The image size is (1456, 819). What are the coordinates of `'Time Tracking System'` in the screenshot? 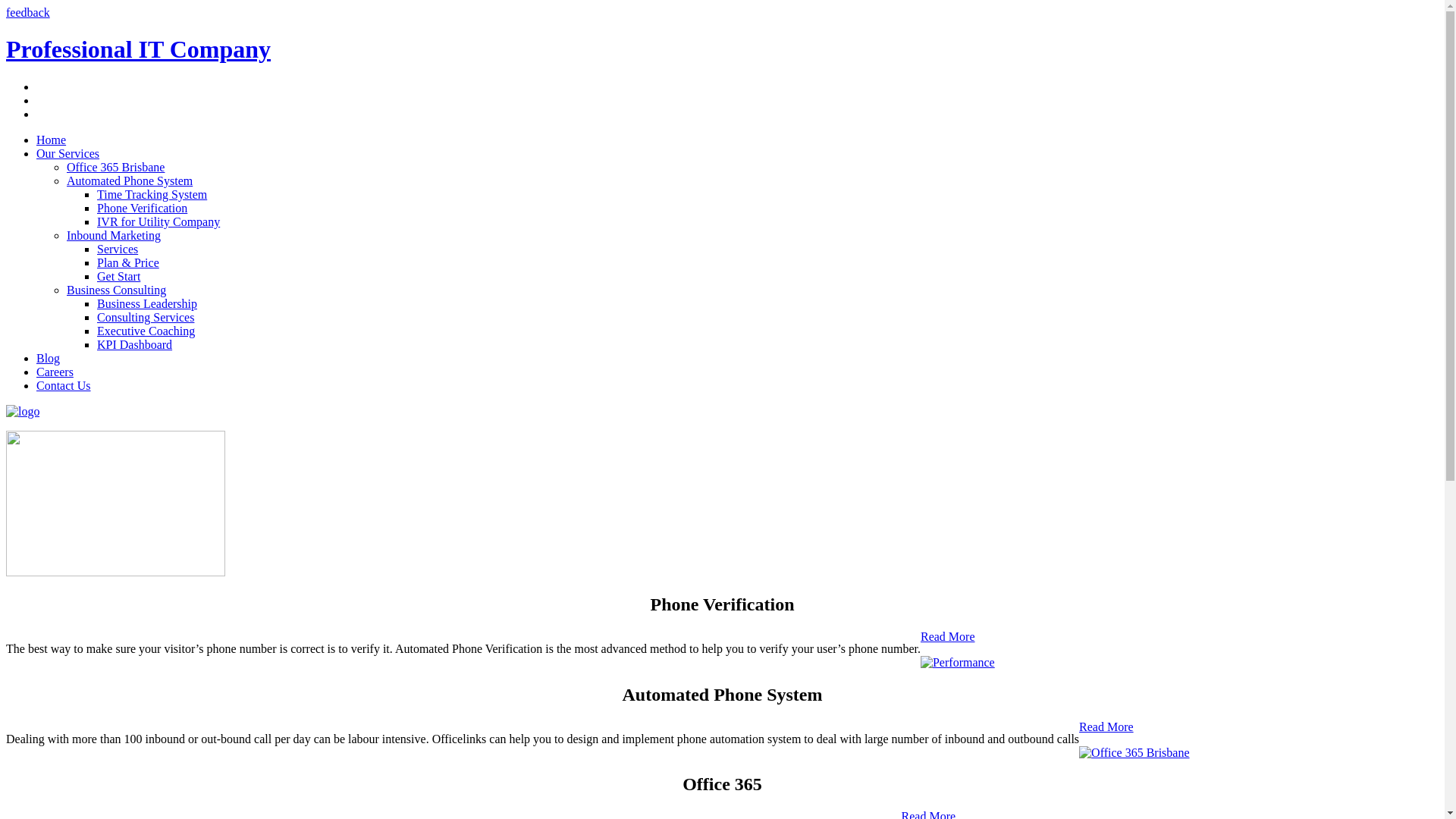 It's located at (152, 193).